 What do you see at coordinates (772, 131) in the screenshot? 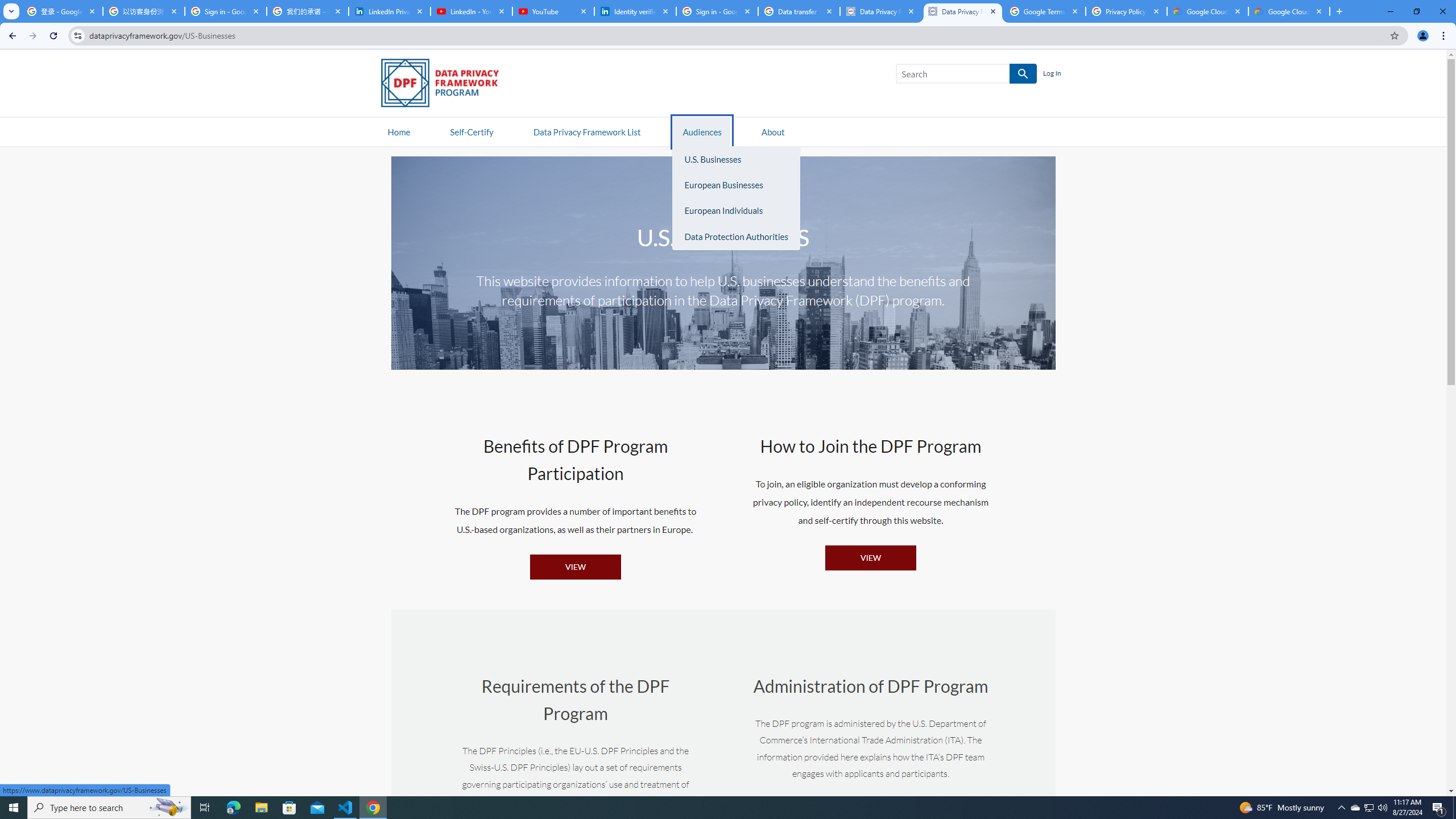
I see `'About'` at bounding box center [772, 131].